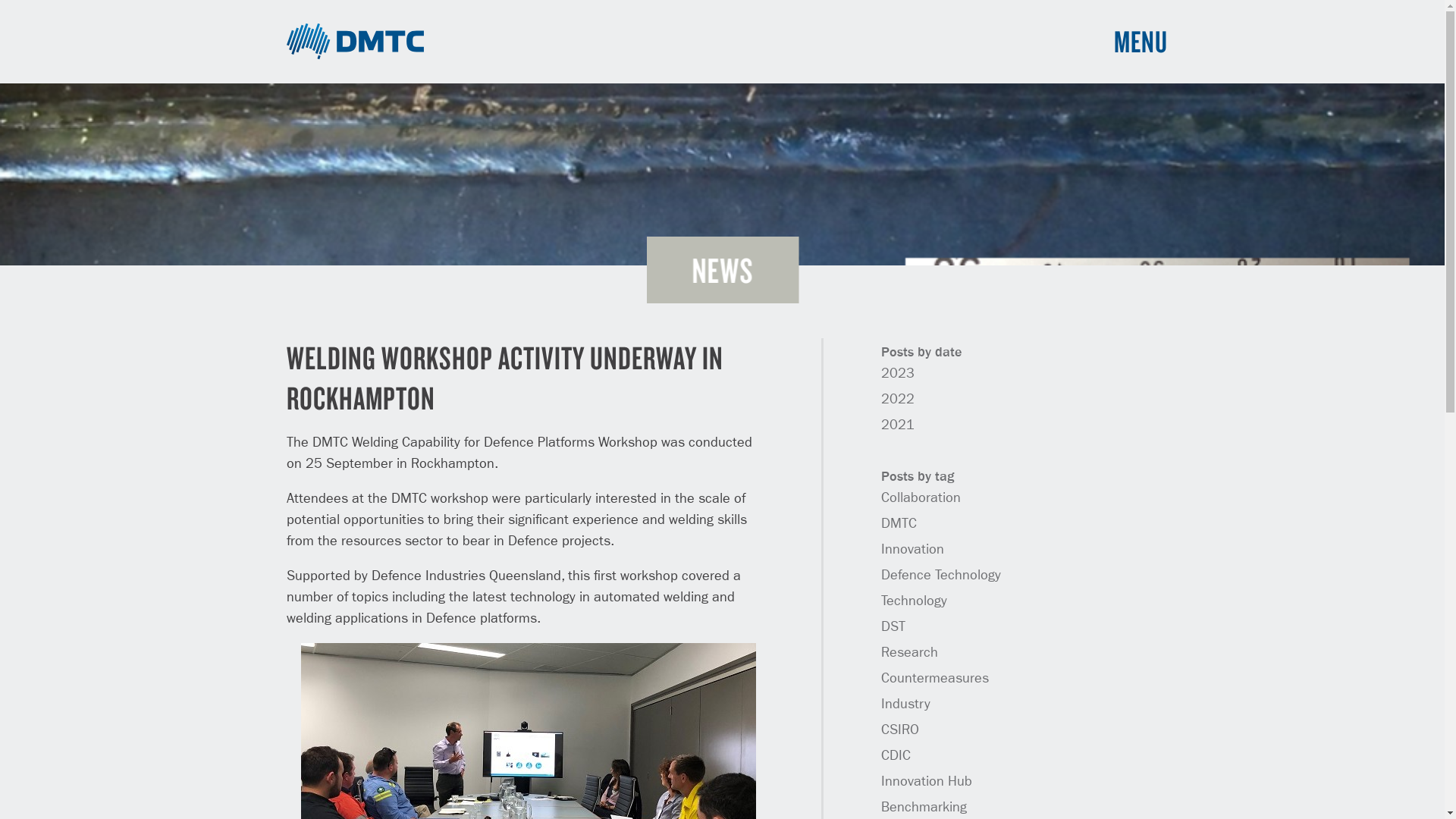 The width and height of the screenshot is (1456, 819). Describe the element at coordinates (923, 806) in the screenshot. I see `'Benchmarking'` at that location.